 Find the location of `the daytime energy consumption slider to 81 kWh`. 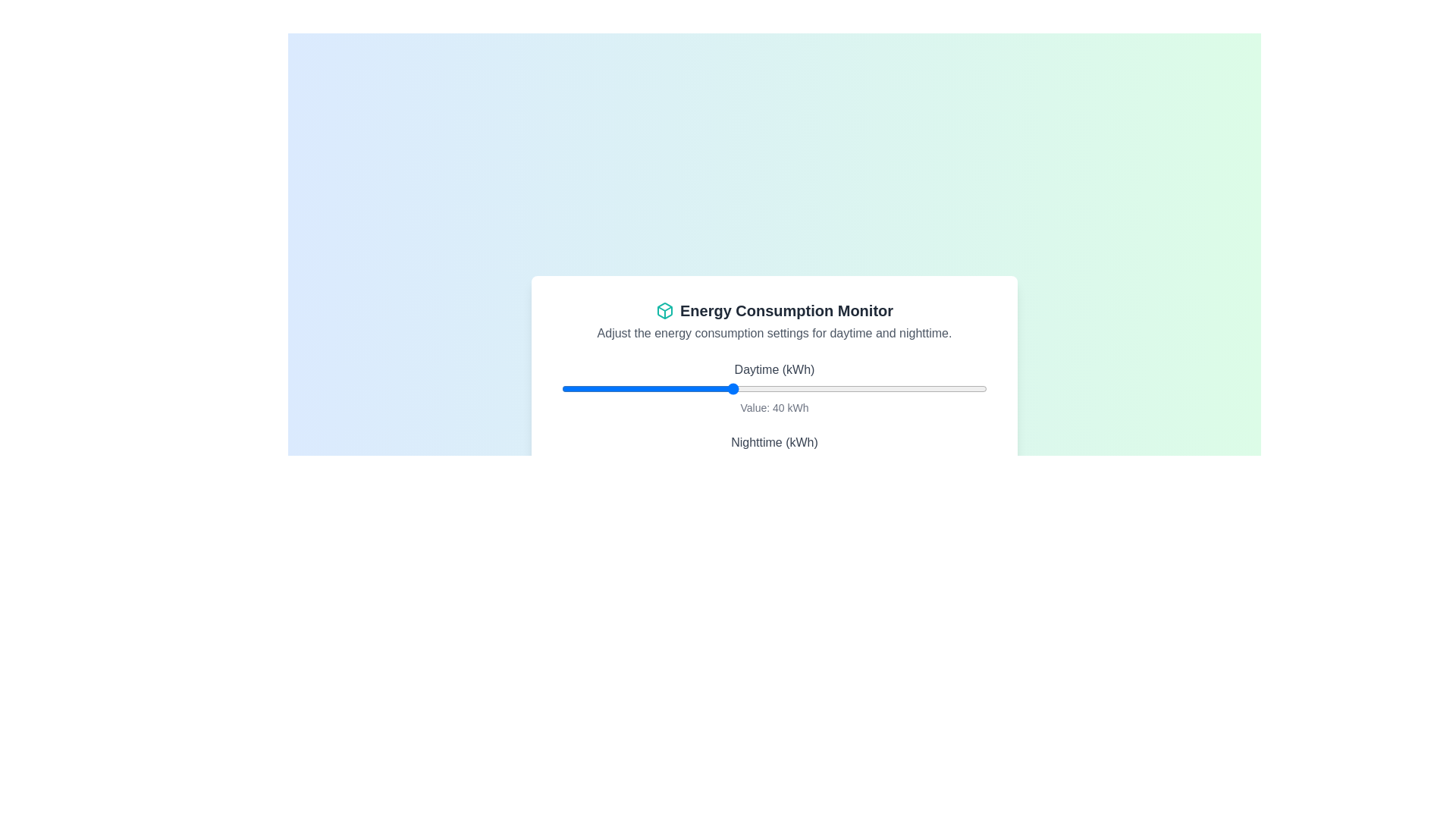

the daytime energy consumption slider to 81 kWh is located at coordinates (906, 388).